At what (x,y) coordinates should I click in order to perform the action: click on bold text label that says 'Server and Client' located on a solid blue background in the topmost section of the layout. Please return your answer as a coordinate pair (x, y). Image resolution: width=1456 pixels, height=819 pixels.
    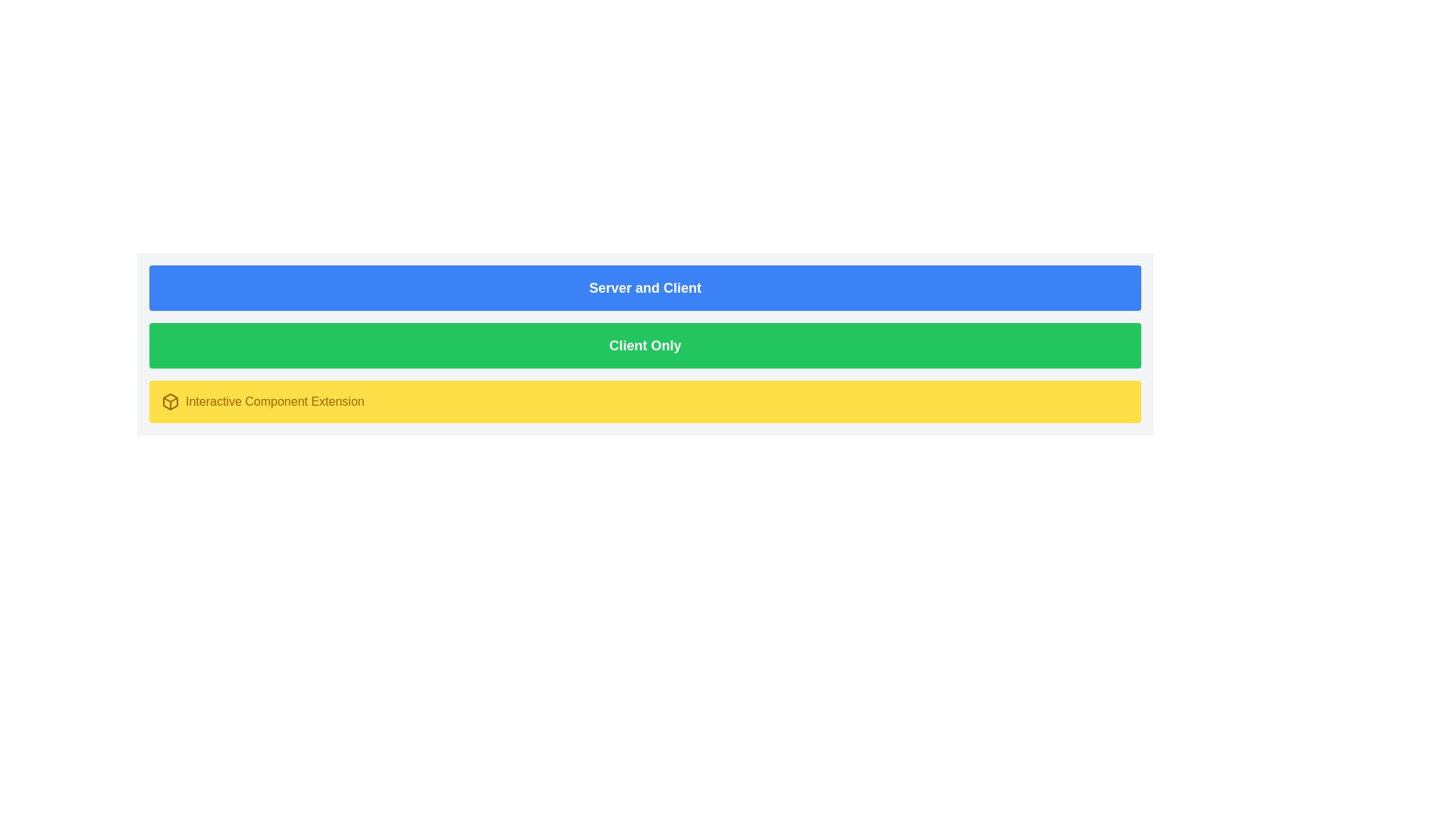
    Looking at the image, I should click on (645, 288).